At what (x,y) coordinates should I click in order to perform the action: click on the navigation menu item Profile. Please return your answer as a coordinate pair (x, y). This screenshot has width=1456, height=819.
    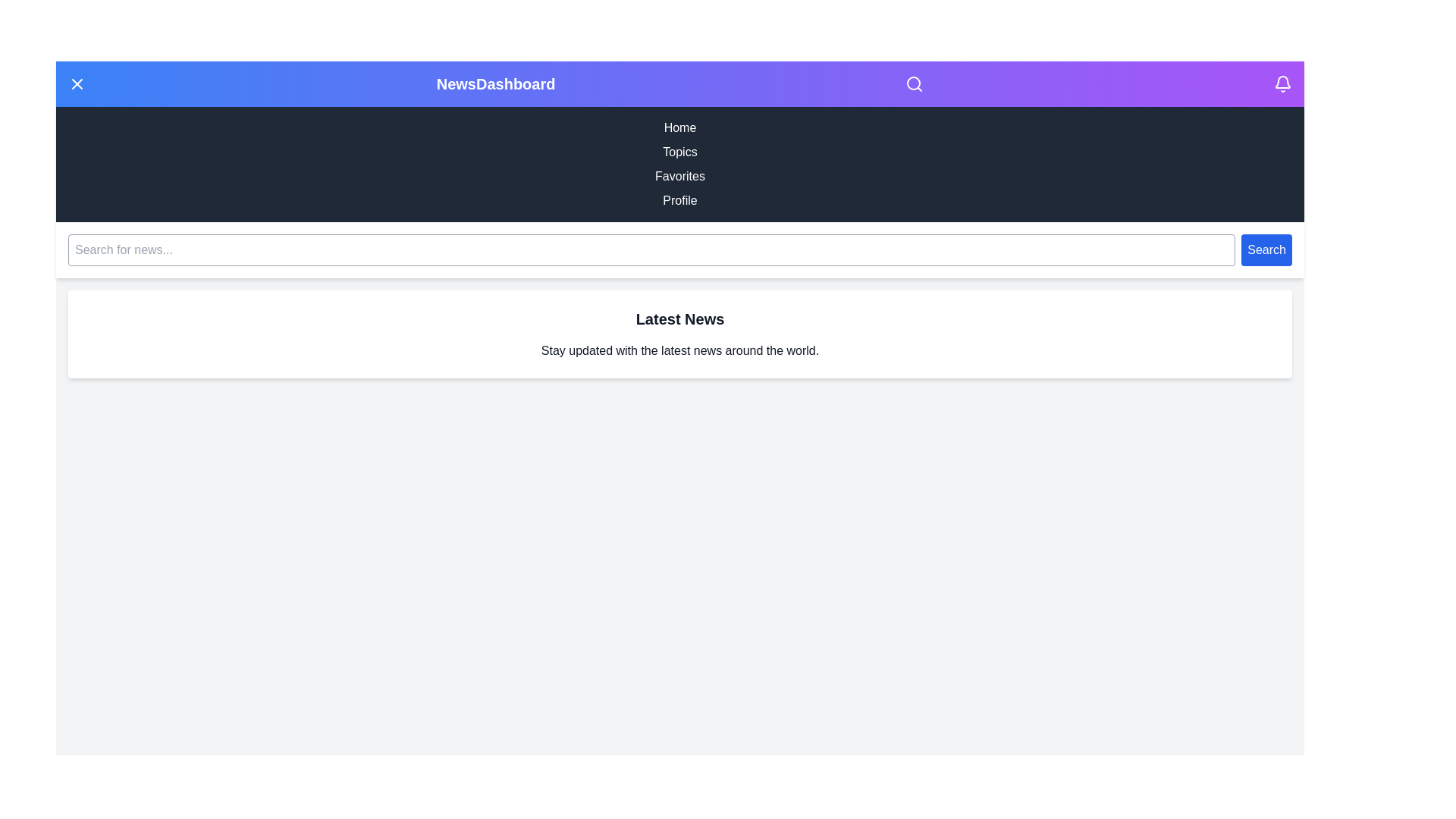
    Looking at the image, I should click on (679, 200).